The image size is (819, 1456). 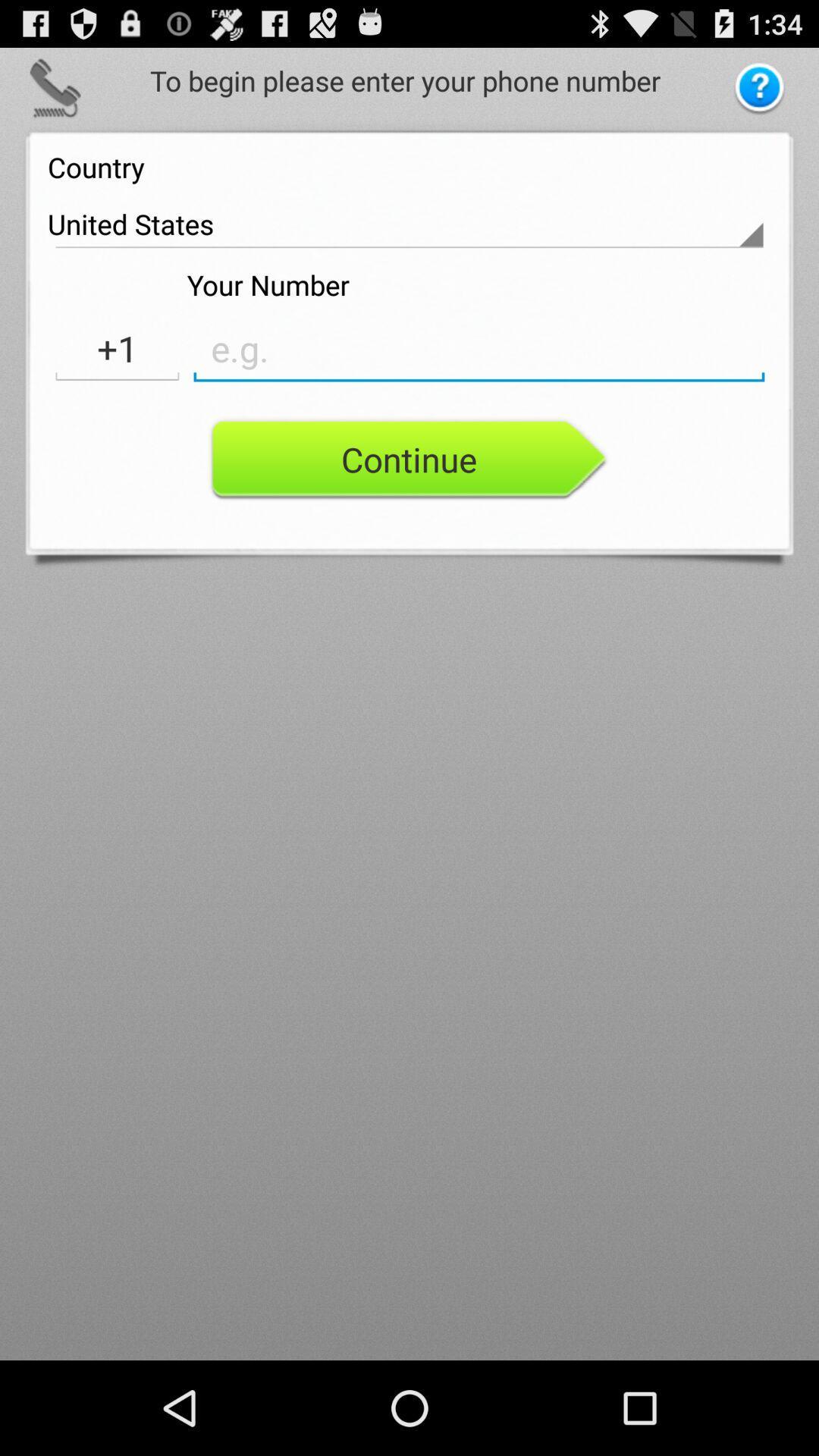 I want to click on help button, so click(x=759, y=88).